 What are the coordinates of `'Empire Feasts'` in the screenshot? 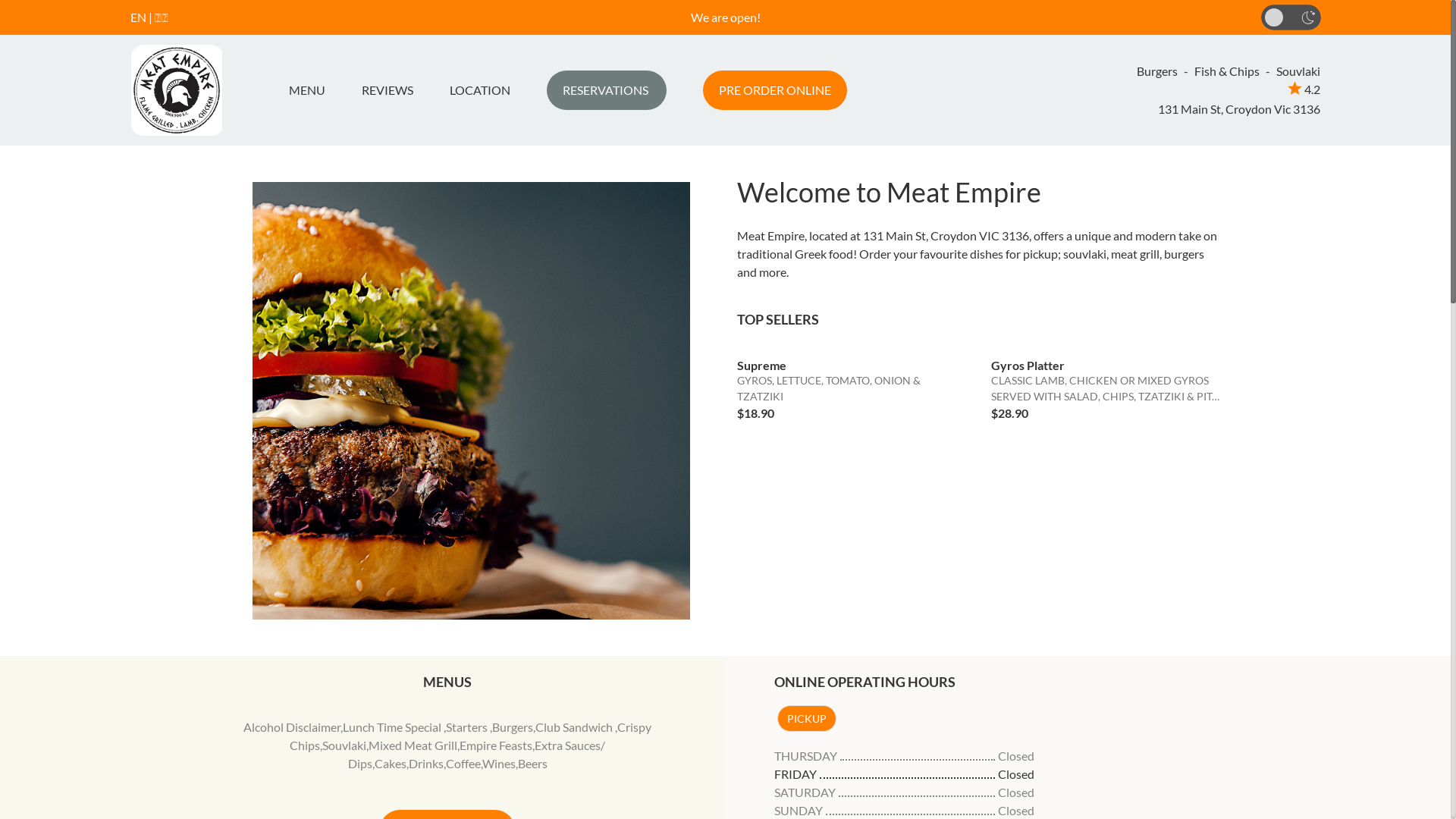 It's located at (495, 744).